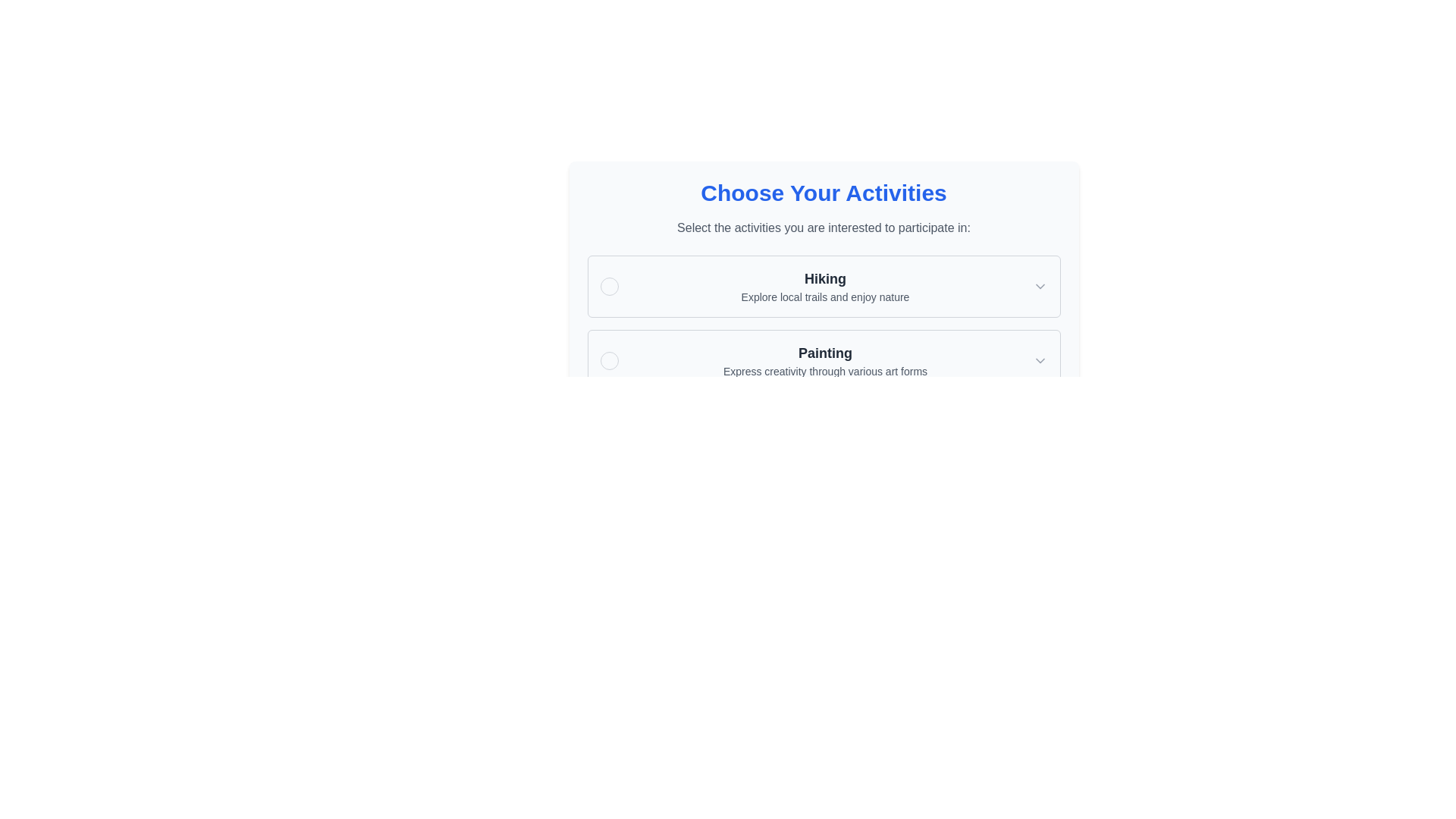  I want to click on the text label providing a brief description of the activity 'Painting', located beneath the header title 'Choose Your Activities', so click(824, 371).